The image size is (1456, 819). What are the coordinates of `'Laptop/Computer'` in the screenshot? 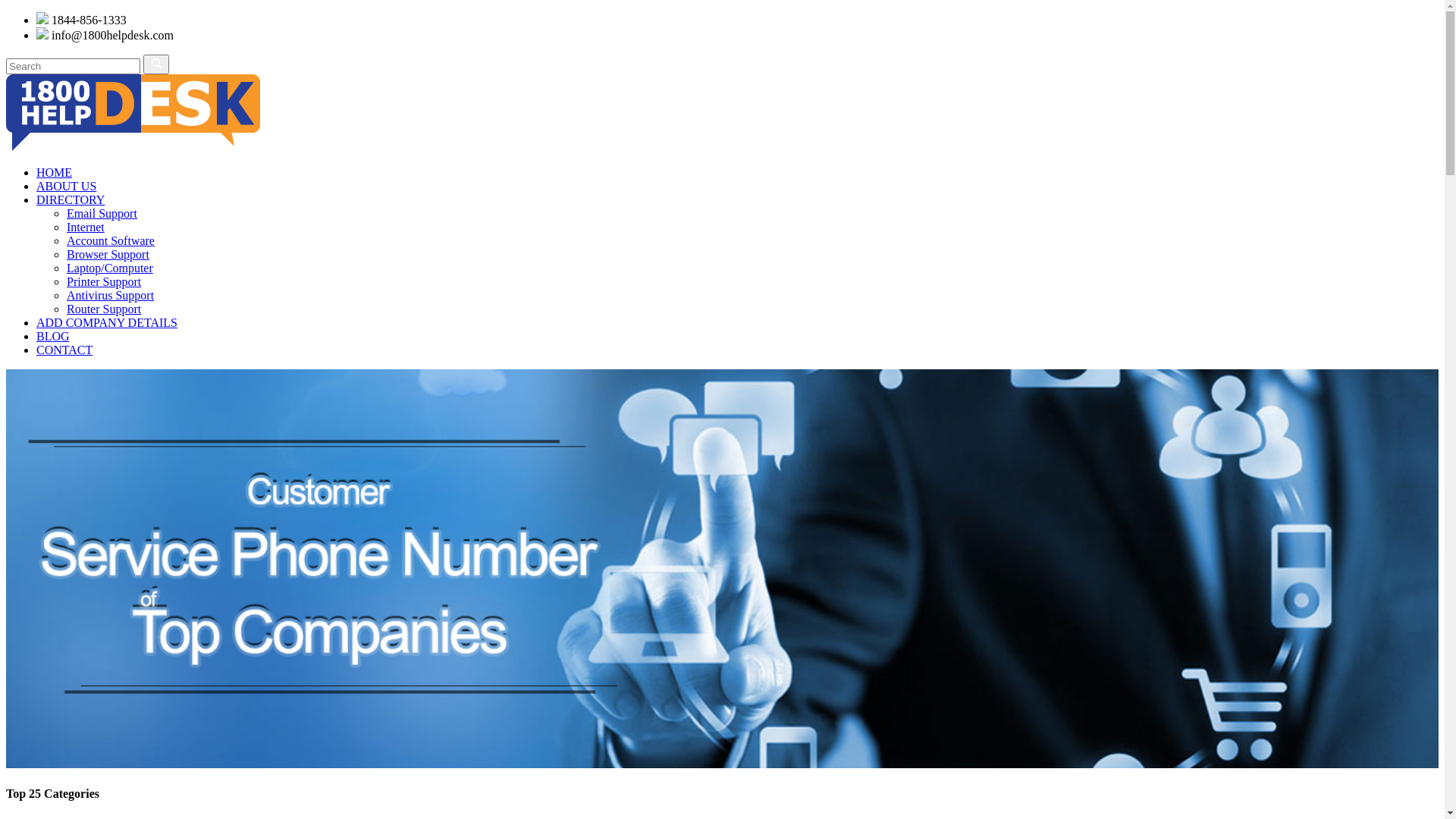 It's located at (108, 267).